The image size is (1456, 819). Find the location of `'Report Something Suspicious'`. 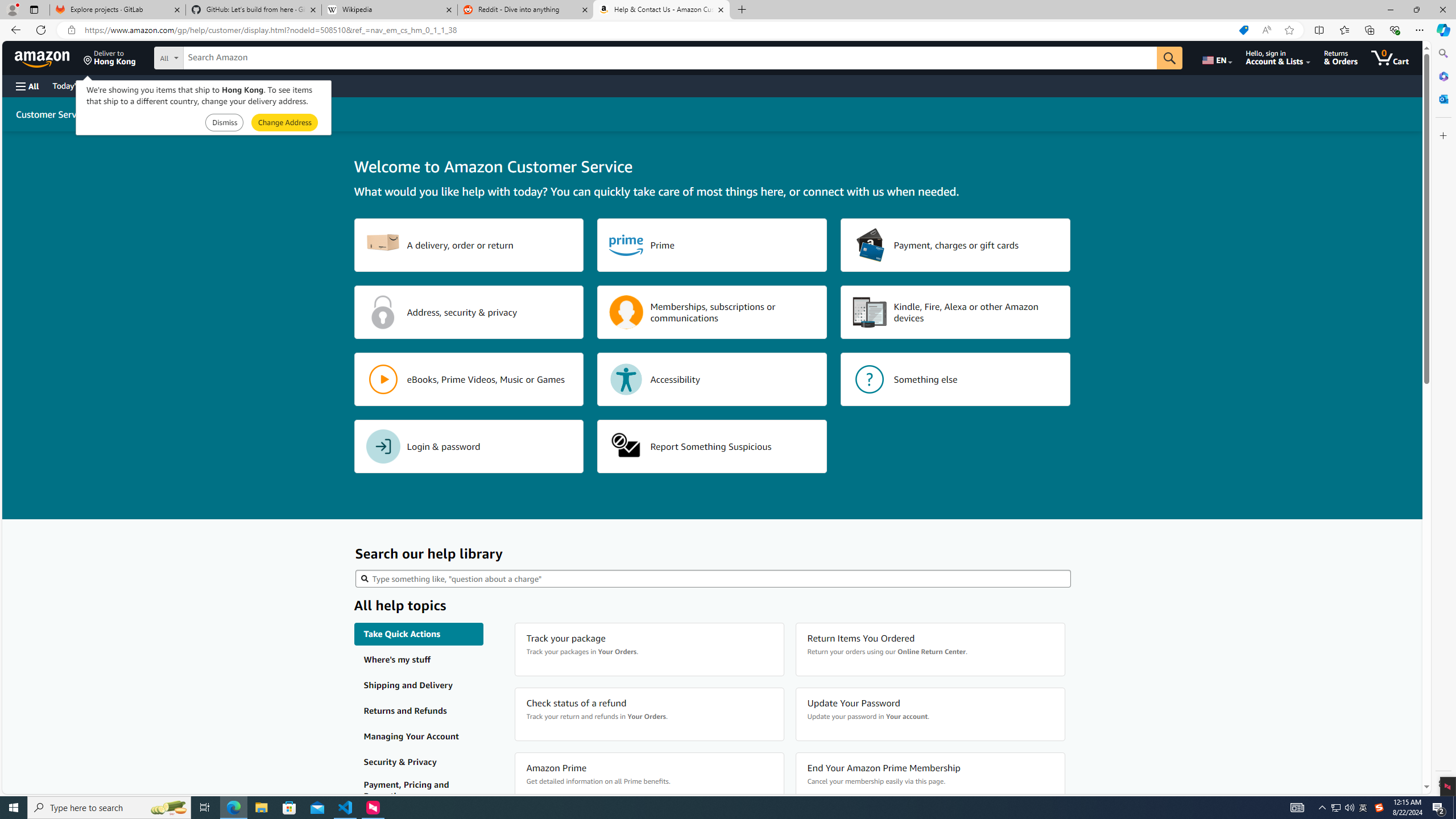

'Report Something Suspicious' is located at coordinates (712, 446).